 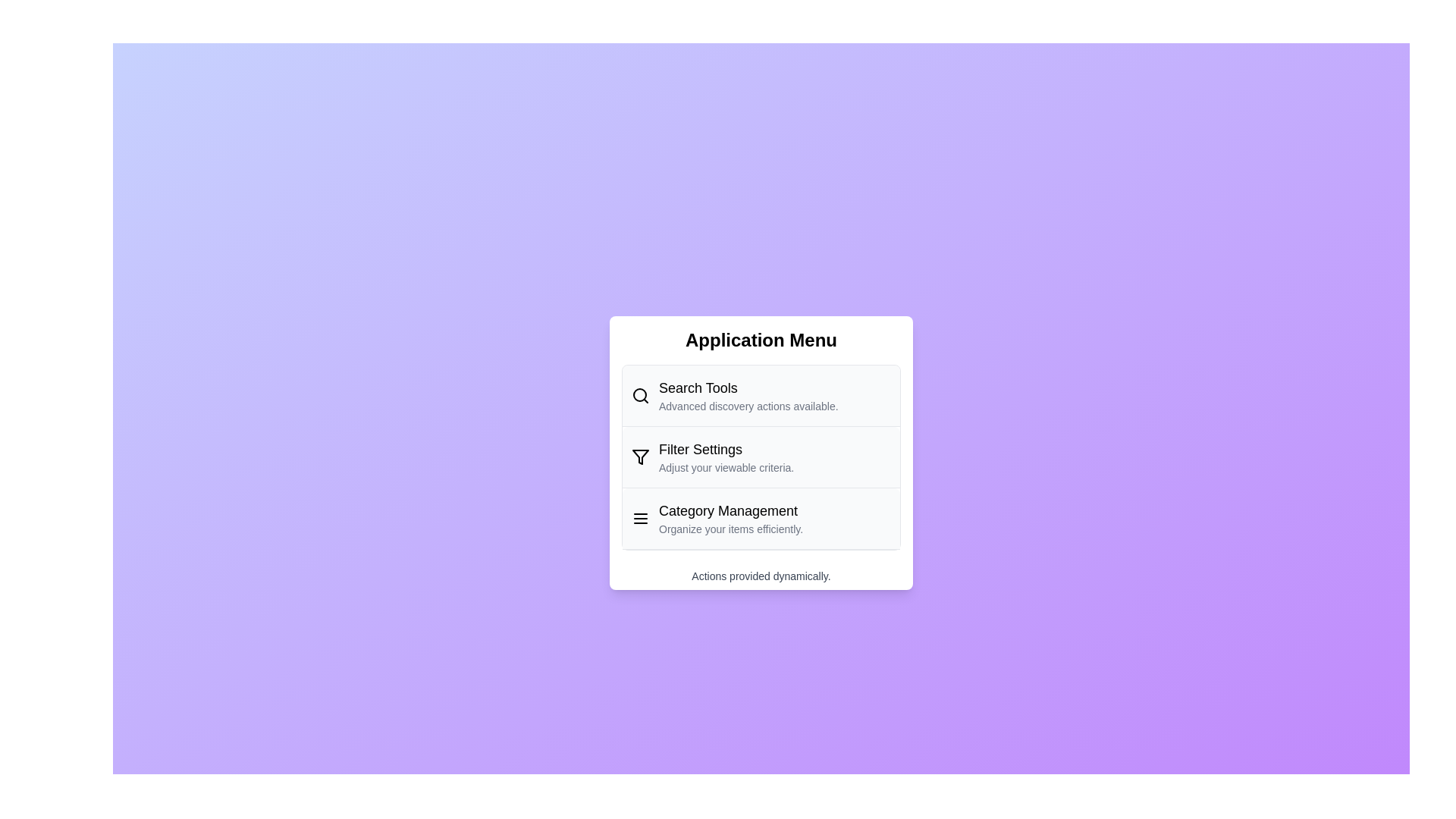 I want to click on the menu item corresponding to Filter Settings to open its section, so click(x=761, y=456).